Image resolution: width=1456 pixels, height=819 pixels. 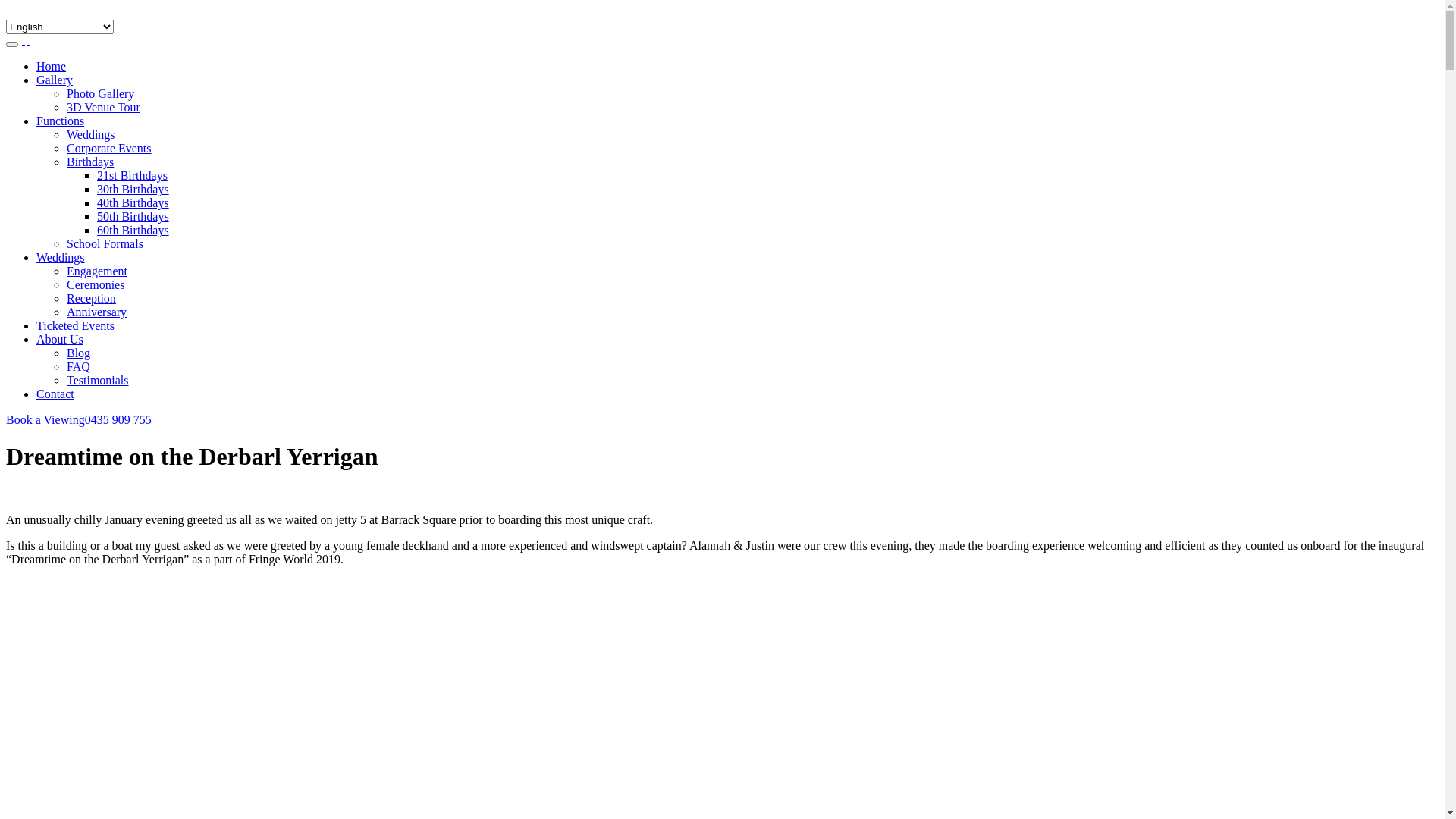 I want to click on 'Testimonials', so click(x=97, y=379).